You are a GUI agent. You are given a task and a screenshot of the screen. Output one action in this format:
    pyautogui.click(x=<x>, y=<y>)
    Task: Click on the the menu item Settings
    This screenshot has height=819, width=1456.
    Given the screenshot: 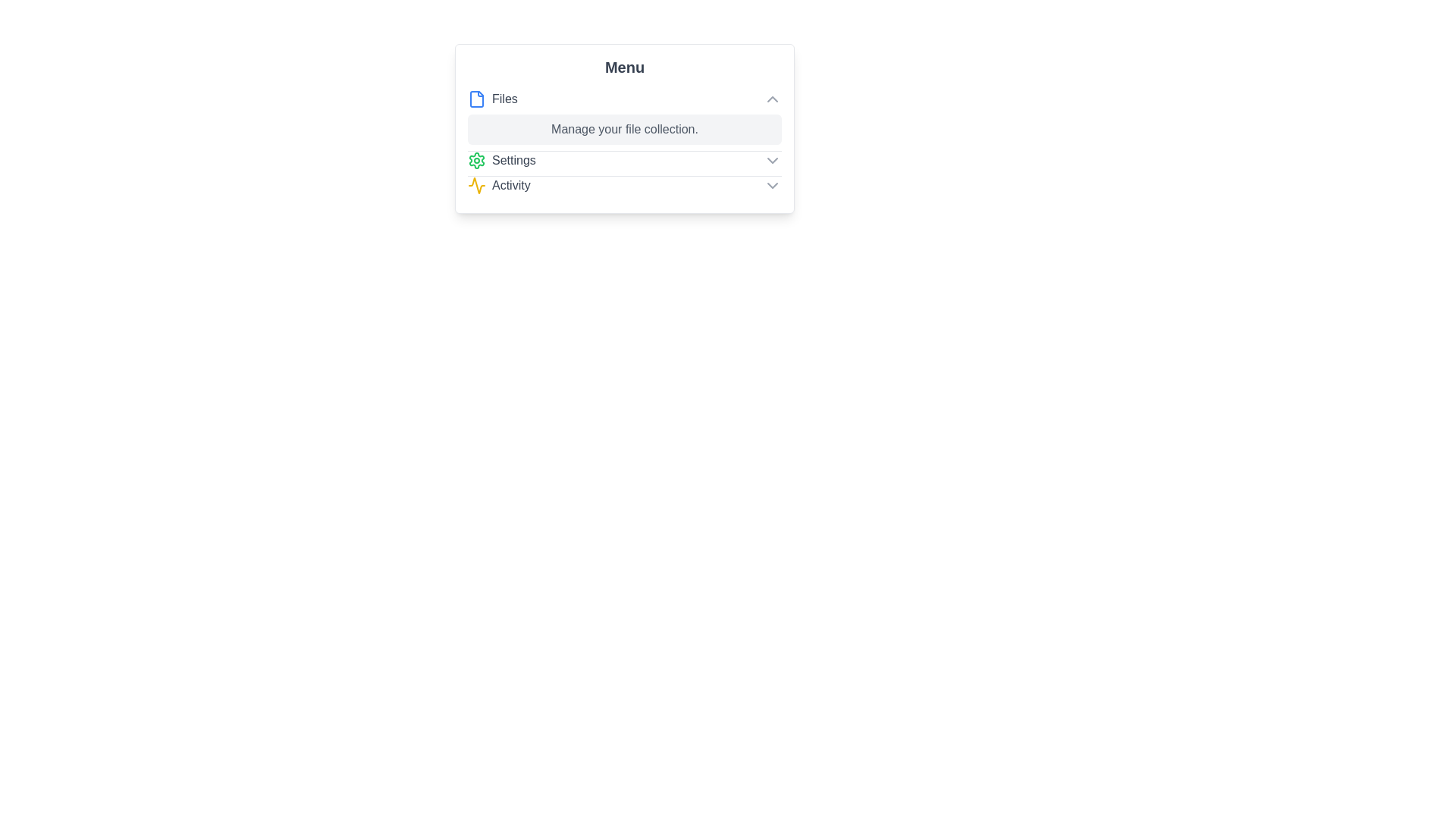 What is the action you would take?
    pyautogui.click(x=625, y=161)
    